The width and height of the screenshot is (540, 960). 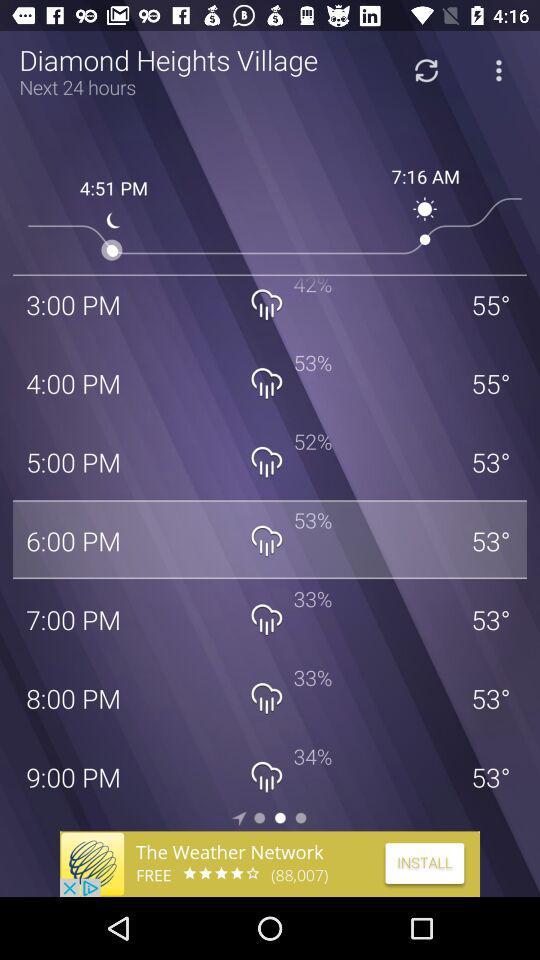 What do you see at coordinates (497, 70) in the screenshot?
I see `open option panel` at bounding box center [497, 70].